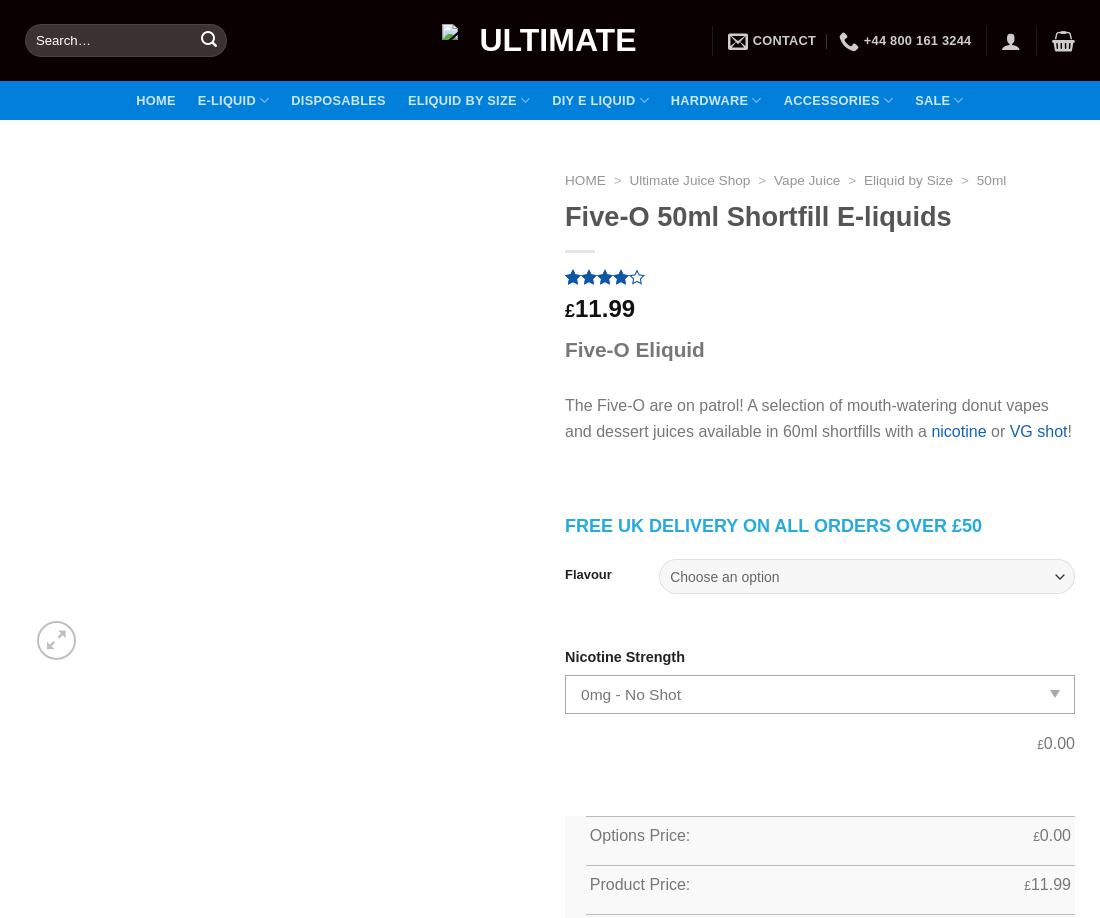  I want to click on 'Vape Juice', so click(806, 180).